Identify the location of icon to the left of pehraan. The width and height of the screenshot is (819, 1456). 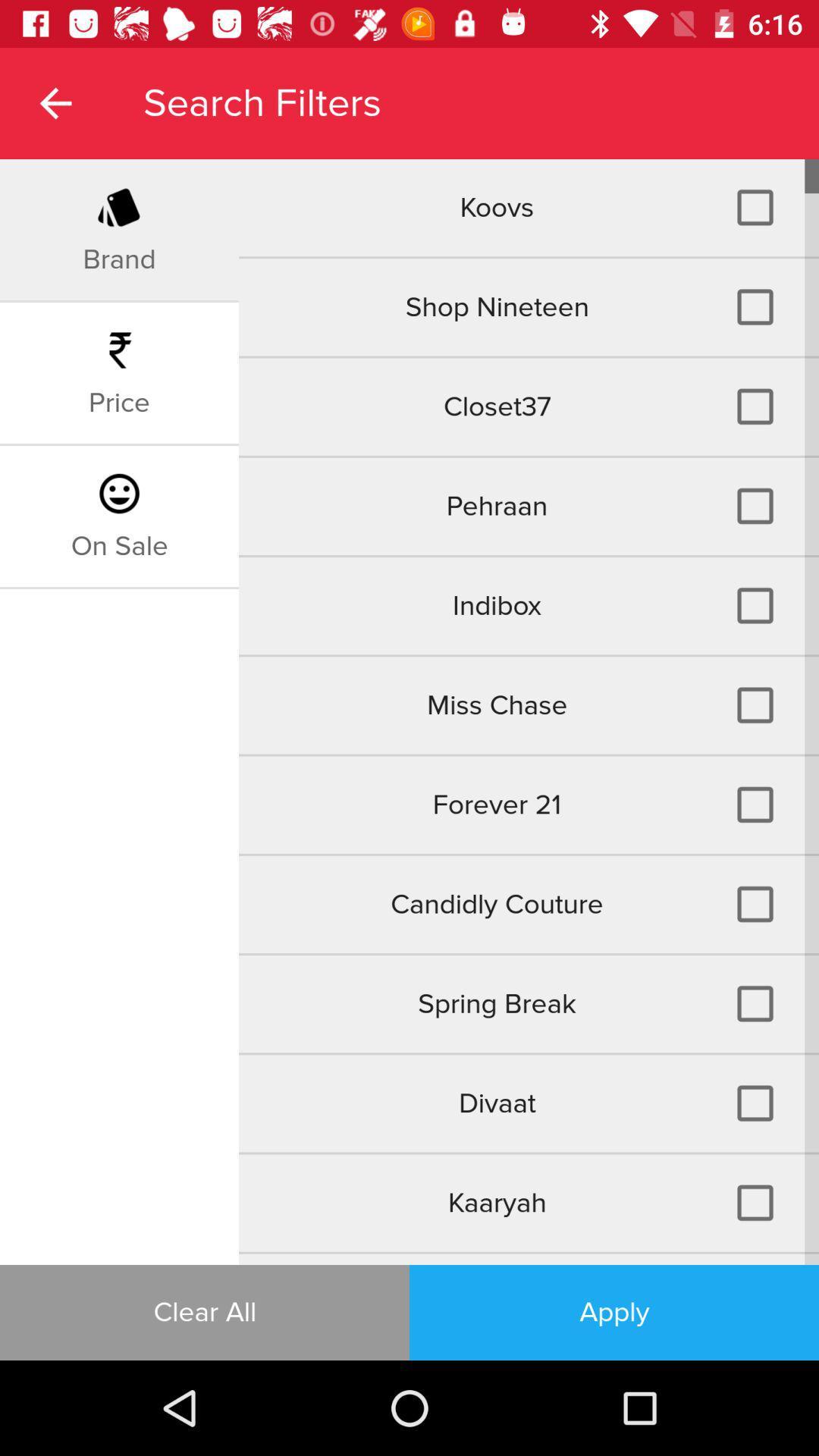
(118, 546).